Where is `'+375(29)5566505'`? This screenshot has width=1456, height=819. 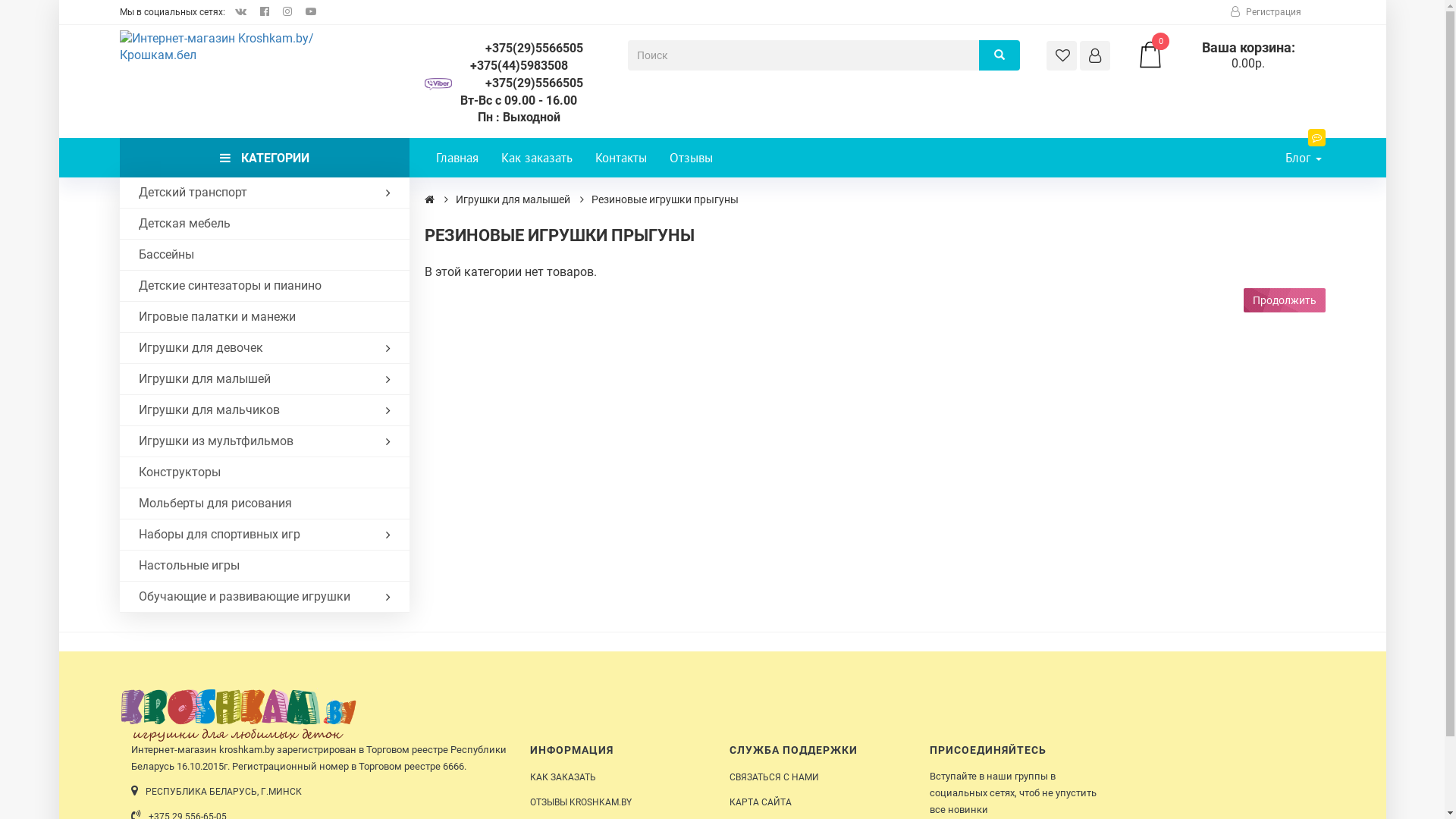 '+375(29)5566505' is located at coordinates (519, 48).